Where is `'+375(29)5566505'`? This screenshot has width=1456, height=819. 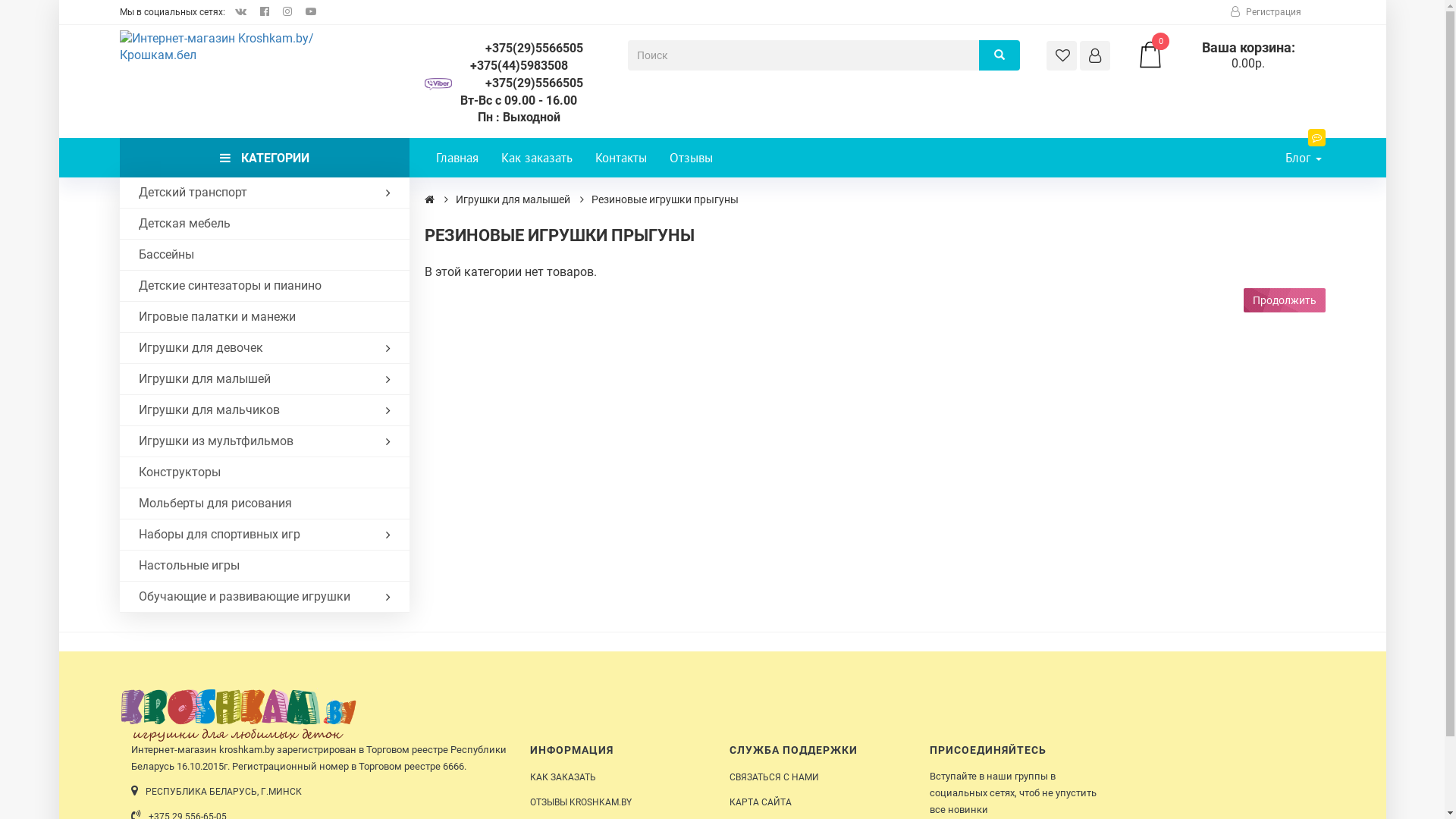 '+375(29)5566505' is located at coordinates (519, 48).